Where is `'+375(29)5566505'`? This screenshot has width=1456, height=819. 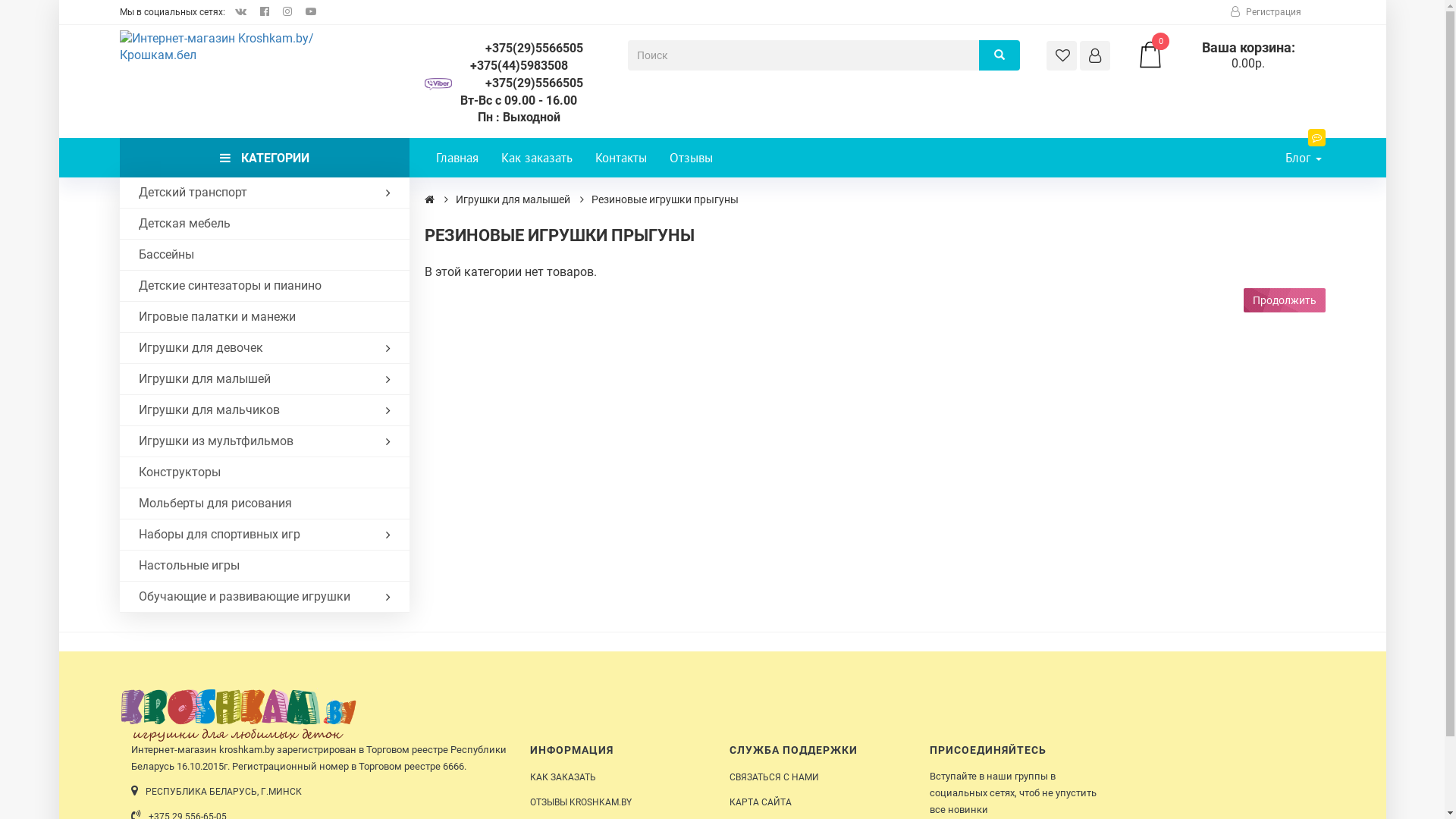 '+375(29)5566505' is located at coordinates (519, 48).